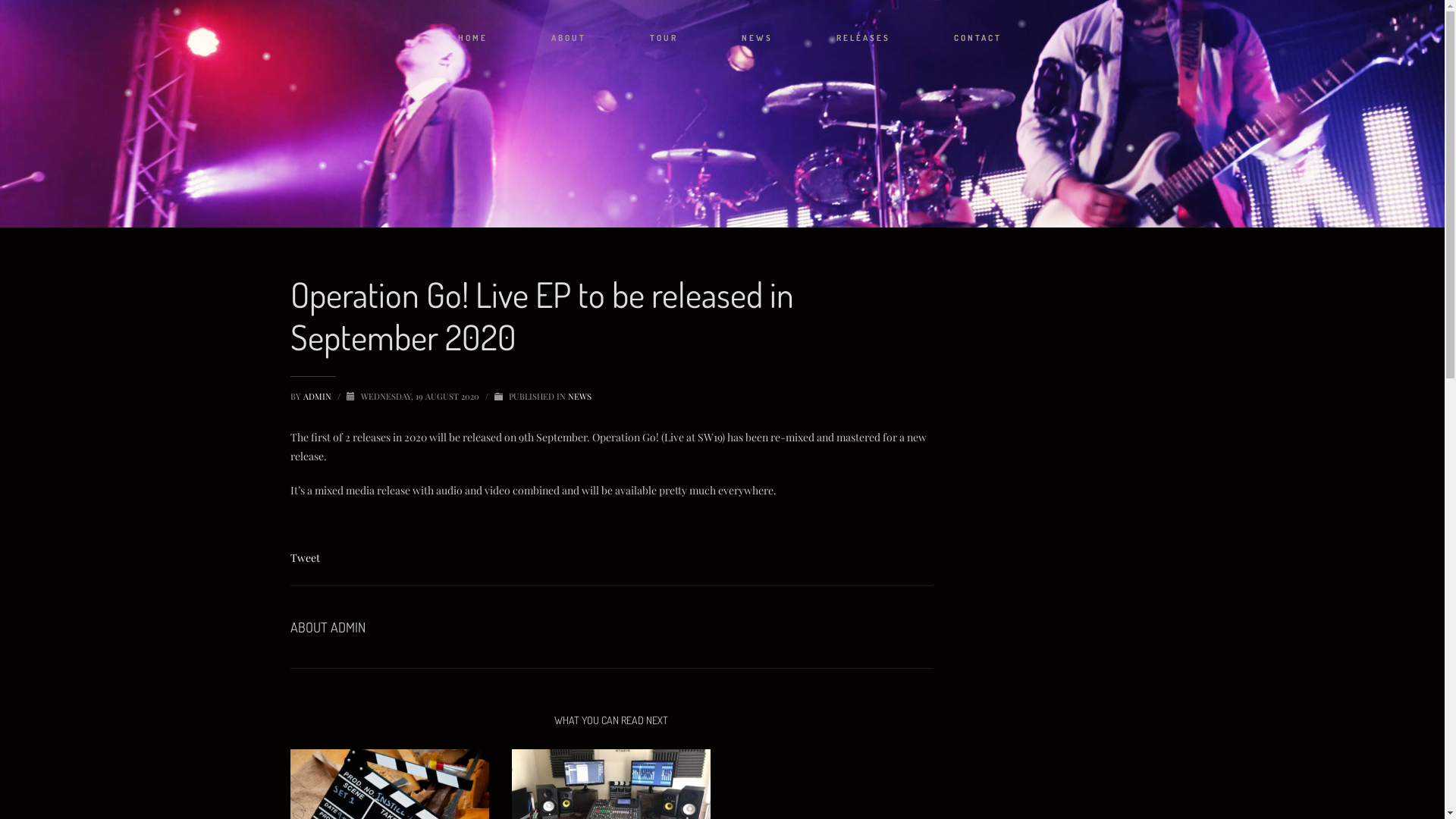  What do you see at coordinates (664, 37) in the screenshot?
I see `'TOUR'` at bounding box center [664, 37].